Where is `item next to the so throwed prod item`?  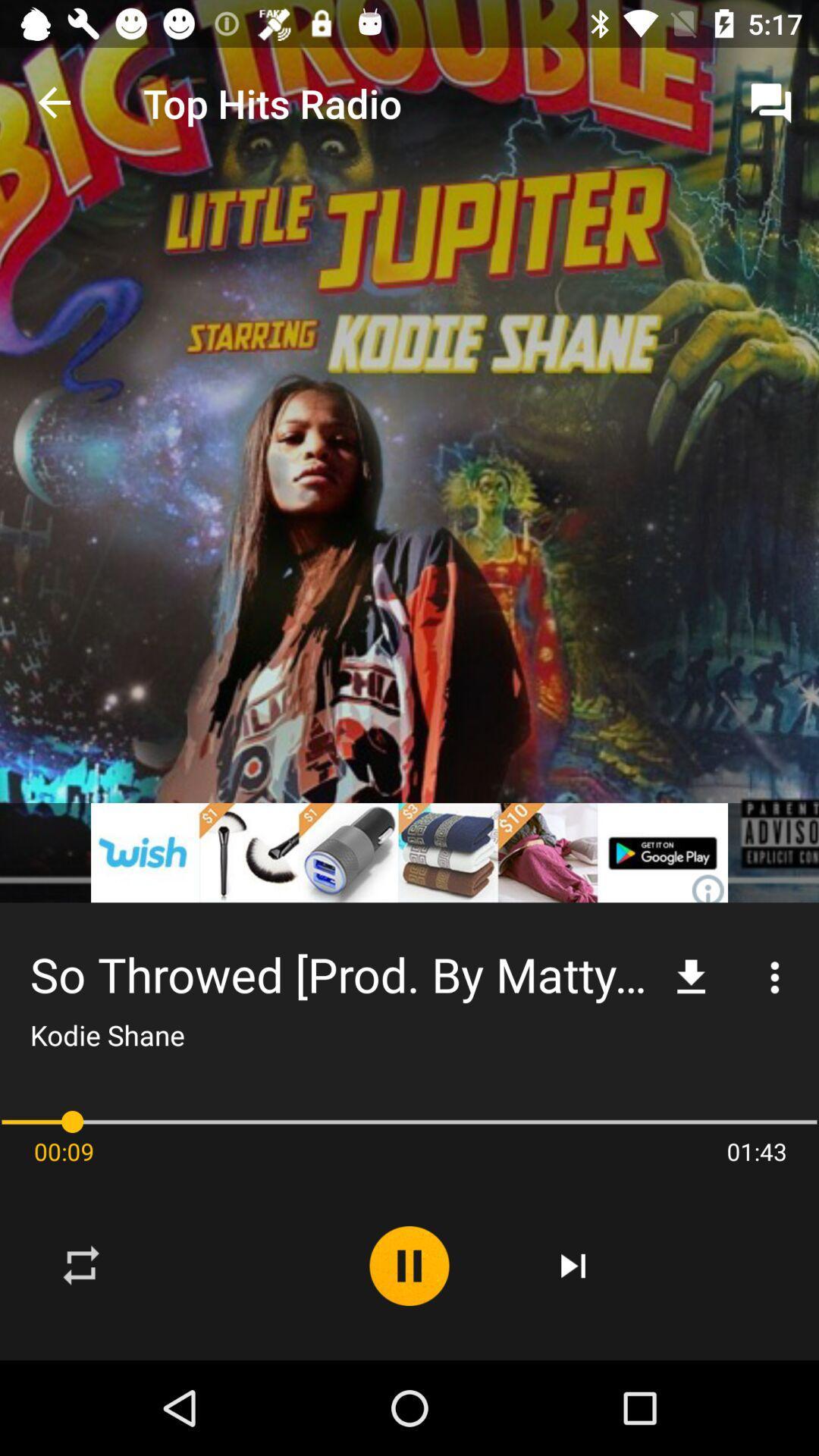 item next to the so throwed prod item is located at coordinates (691, 977).